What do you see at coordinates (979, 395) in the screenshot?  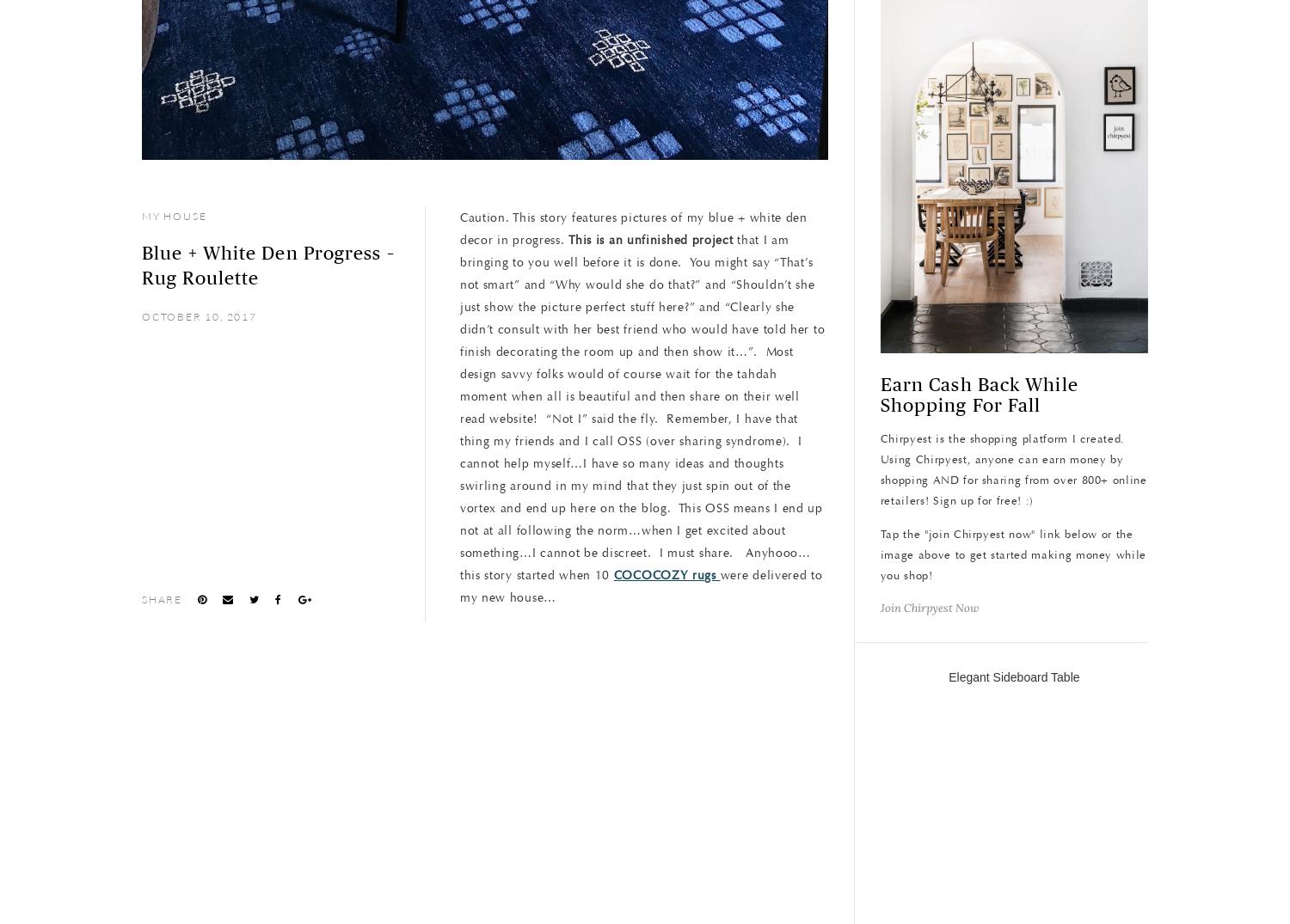 I see `'Earn Cash Back While Shopping For Fall'` at bounding box center [979, 395].